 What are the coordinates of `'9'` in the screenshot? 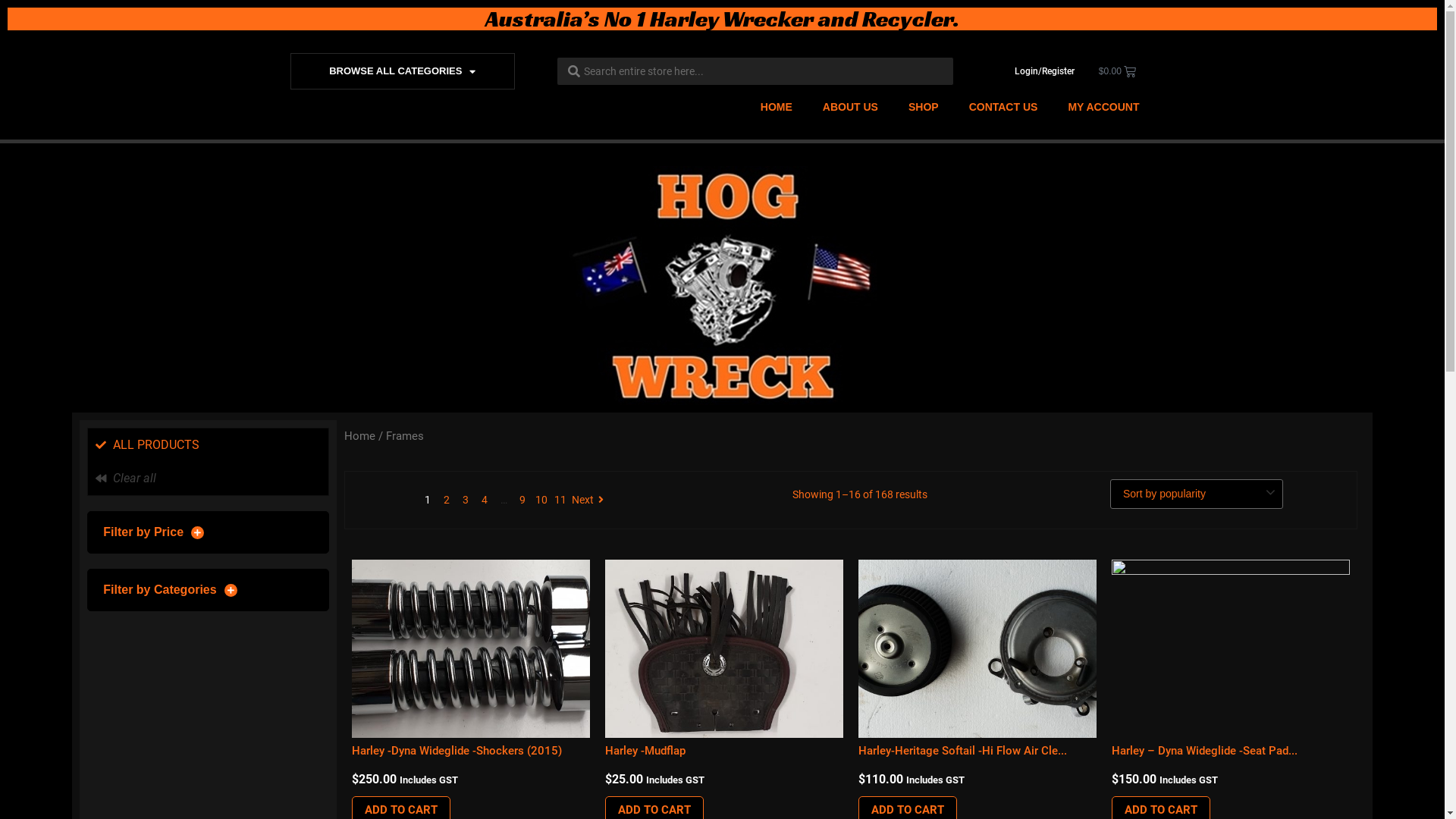 It's located at (522, 500).